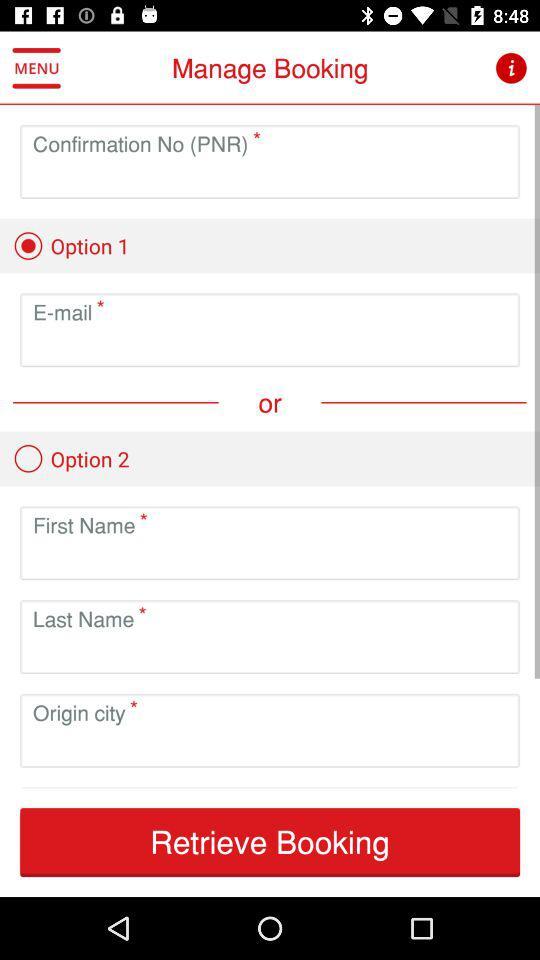  What do you see at coordinates (511, 68) in the screenshot?
I see `the icon next to the manage booking` at bounding box center [511, 68].